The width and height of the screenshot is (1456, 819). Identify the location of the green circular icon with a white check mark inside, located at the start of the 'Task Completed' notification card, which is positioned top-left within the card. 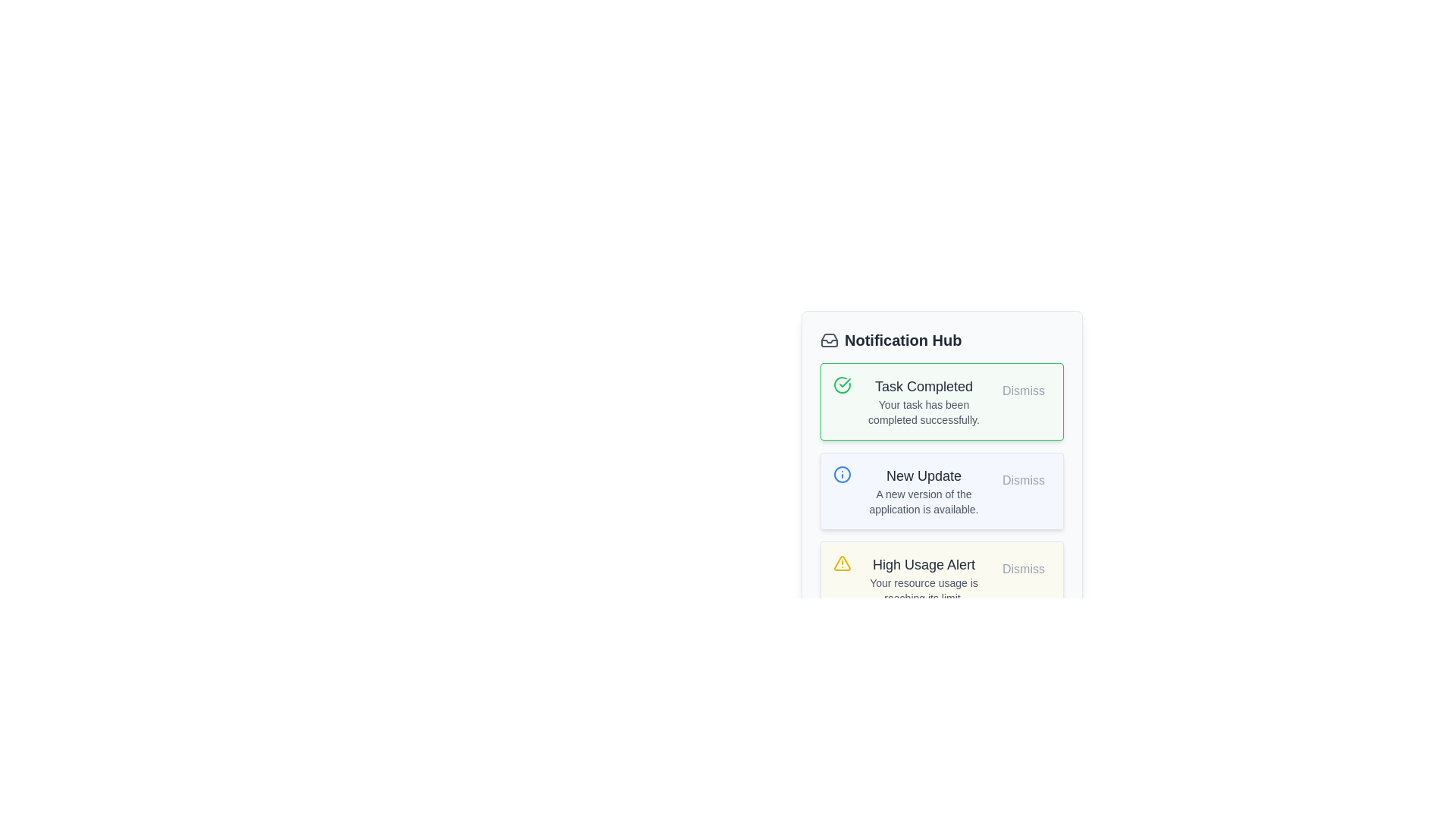
(841, 384).